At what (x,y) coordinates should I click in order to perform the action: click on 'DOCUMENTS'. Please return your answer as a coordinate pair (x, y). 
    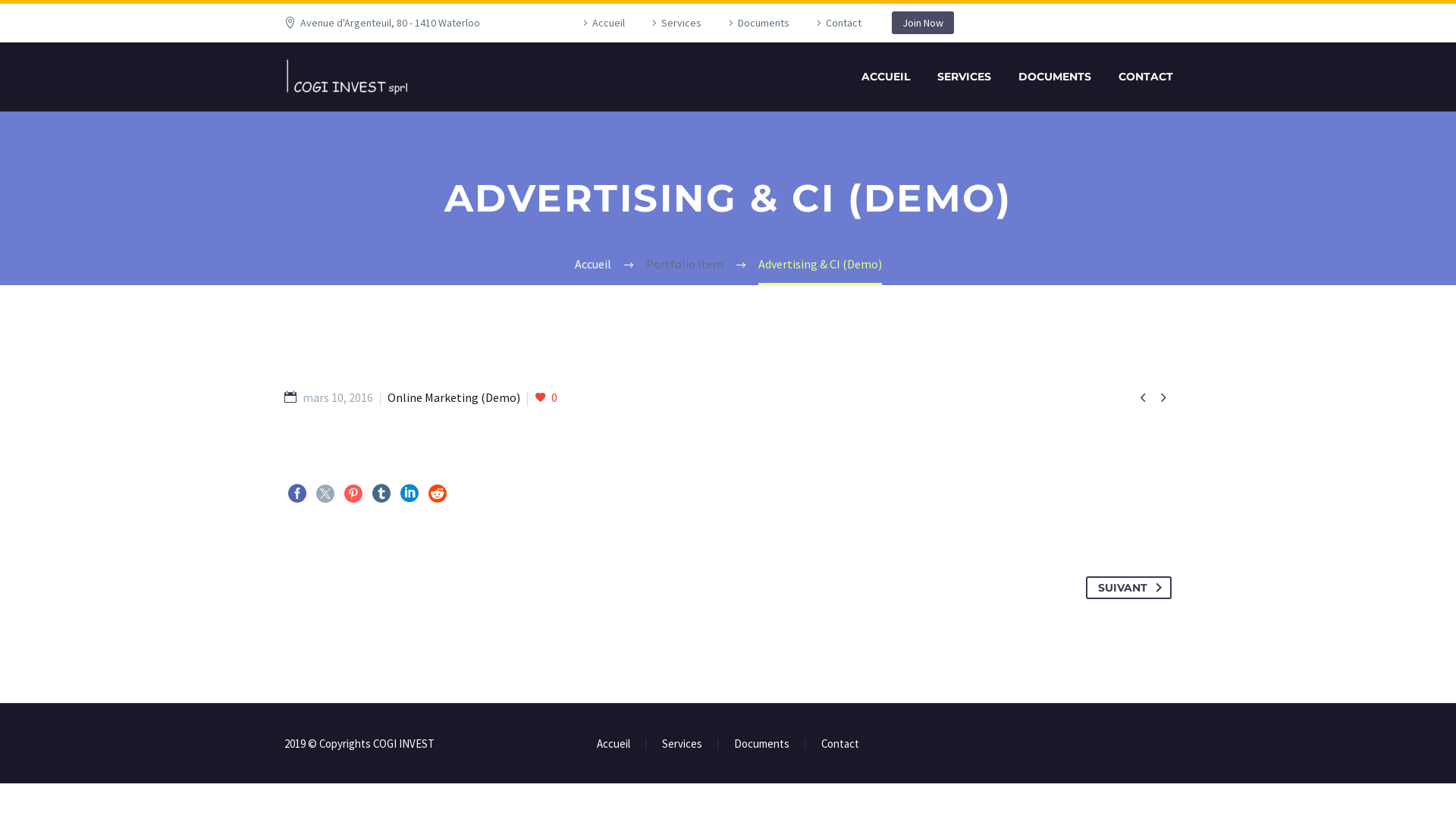
    Looking at the image, I should click on (1054, 77).